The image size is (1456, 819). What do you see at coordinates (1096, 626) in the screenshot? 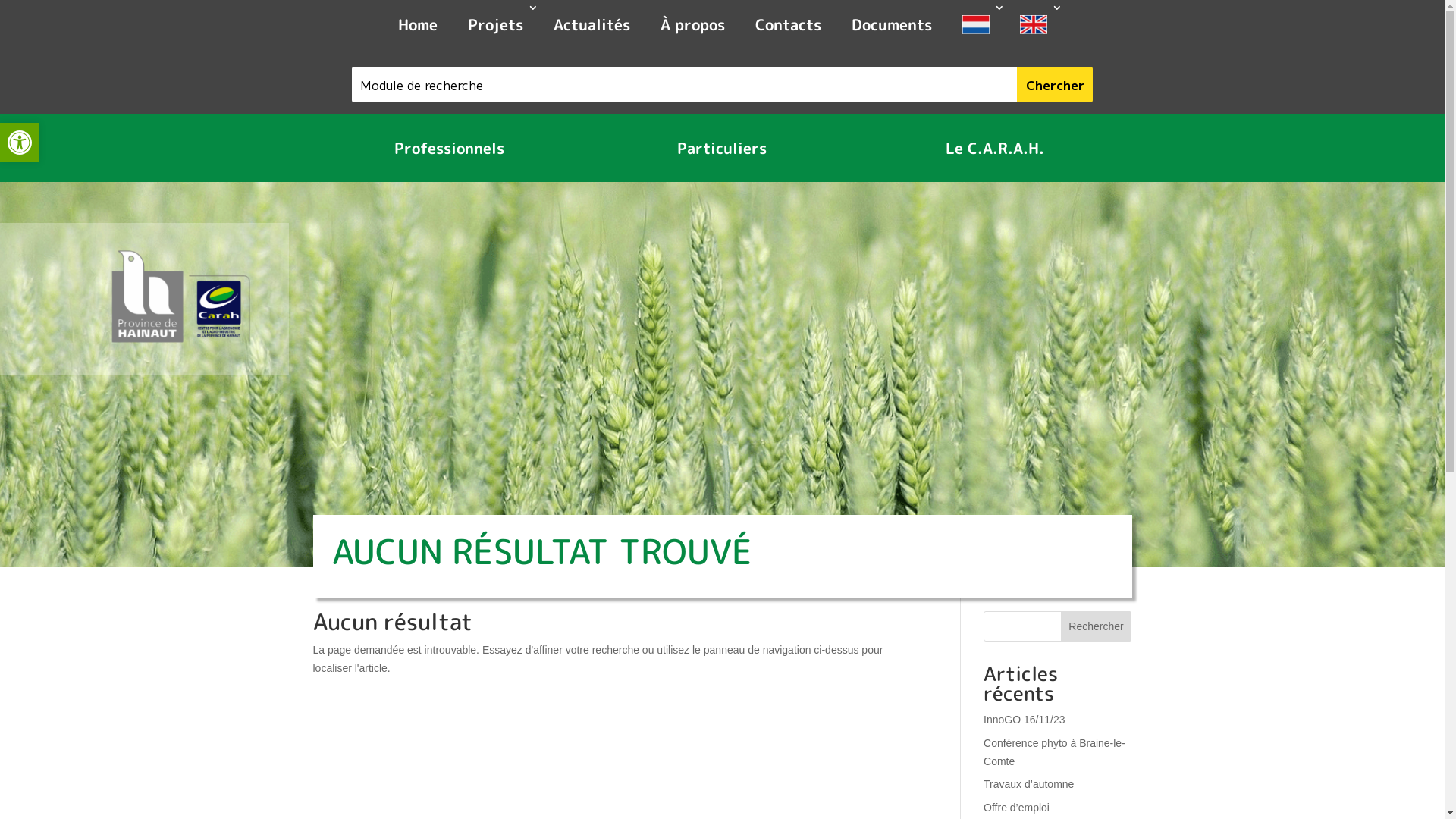
I see `'Rechercher'` at bounding box center [1096, 626].